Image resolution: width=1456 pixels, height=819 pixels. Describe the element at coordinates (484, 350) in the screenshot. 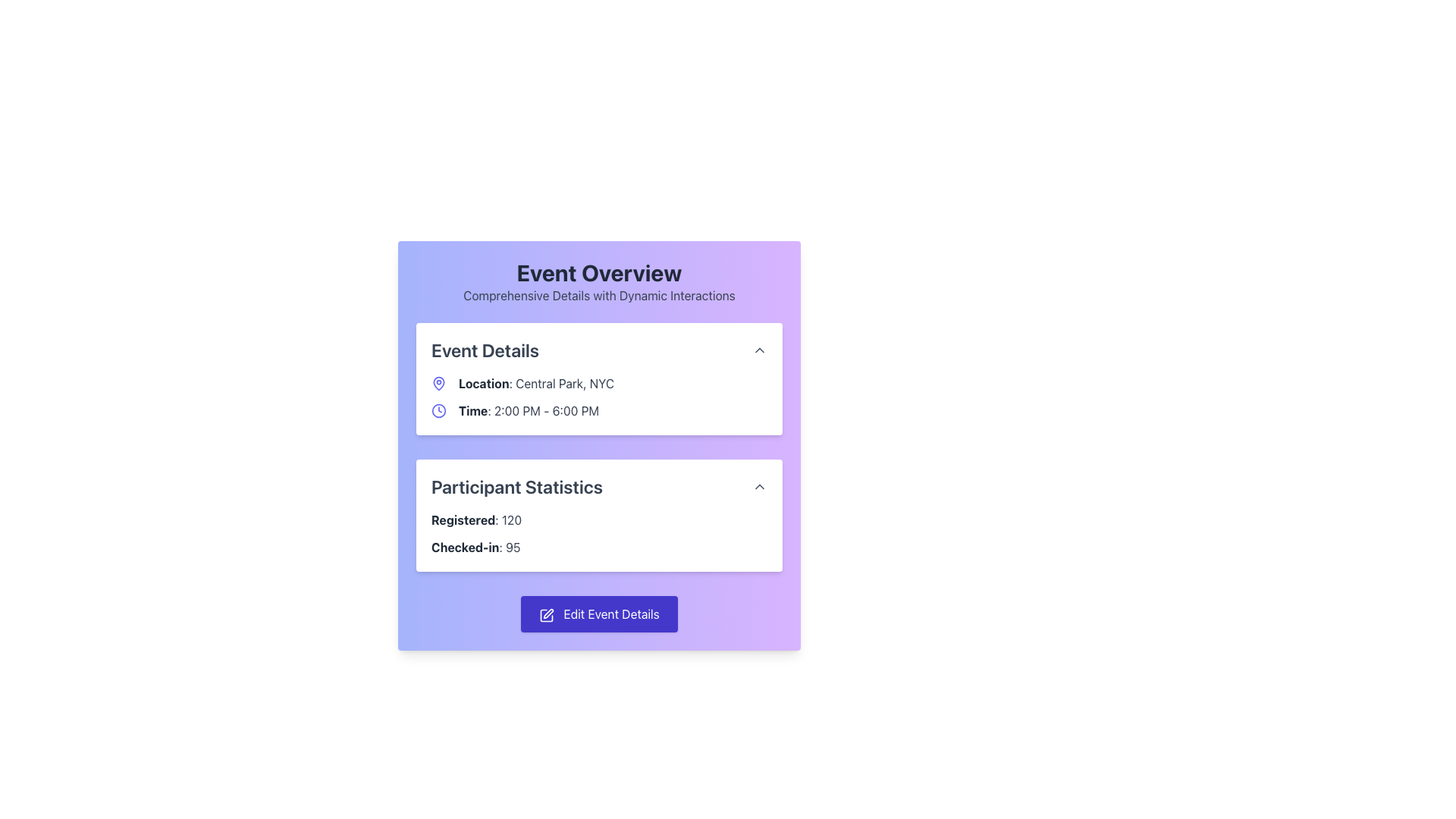

I see `the Text Label that serves as a header for the event information section, located centrally near the top of the section under the 'Event Overview' title` at that location.